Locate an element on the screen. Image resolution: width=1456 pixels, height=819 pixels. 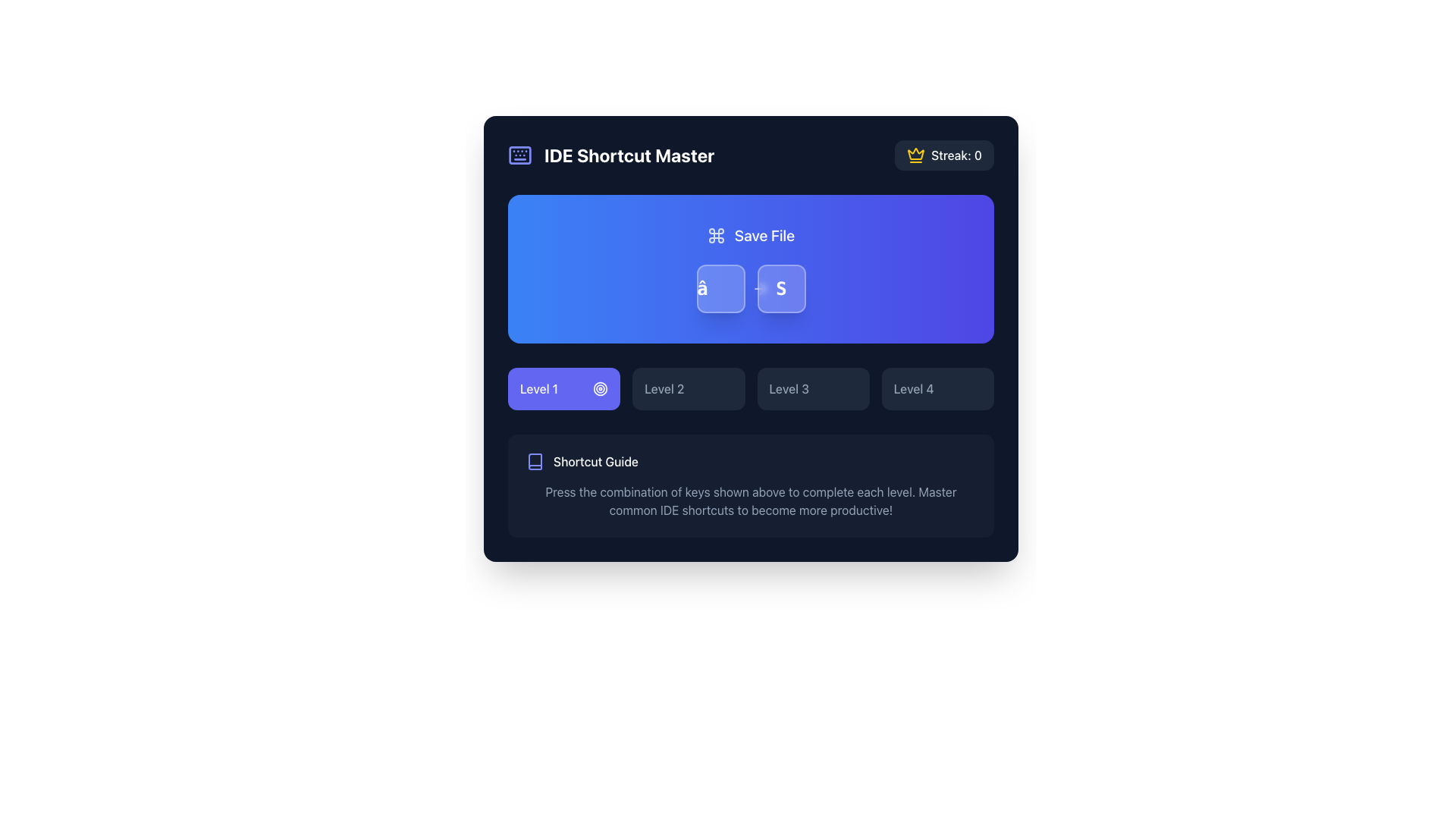
the informational section labeled 'Shortcut Guide' which features a dark background and a book icon on the left, located near the bottom center of the interface is located at coordinates (751, 485).